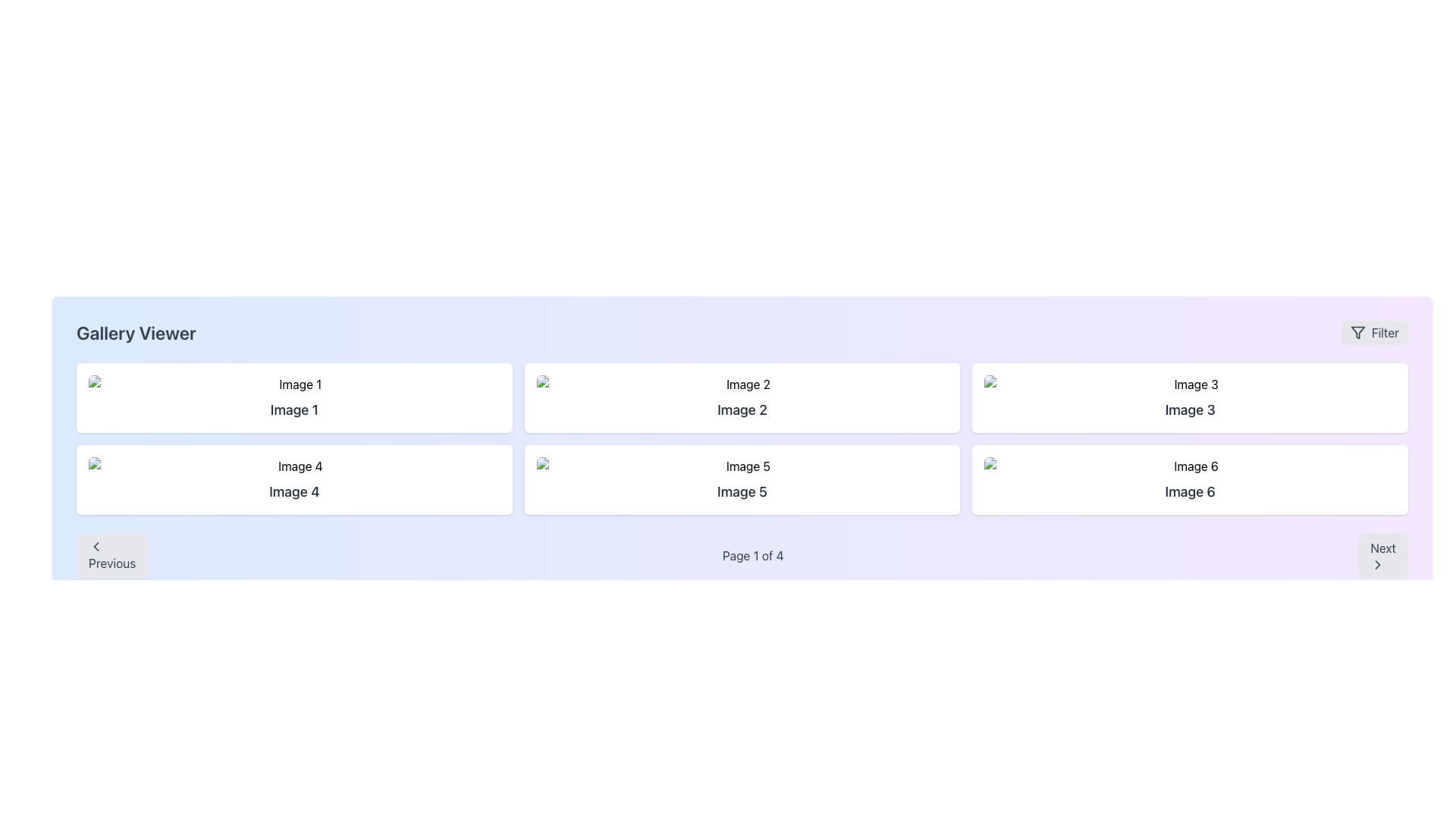 This screenshot has width=1456, height=819. I want to click on the image placeholder labeled 'Image 6' located in the bottom-right corner of the gallery grid for selection, so click(1189, 465).